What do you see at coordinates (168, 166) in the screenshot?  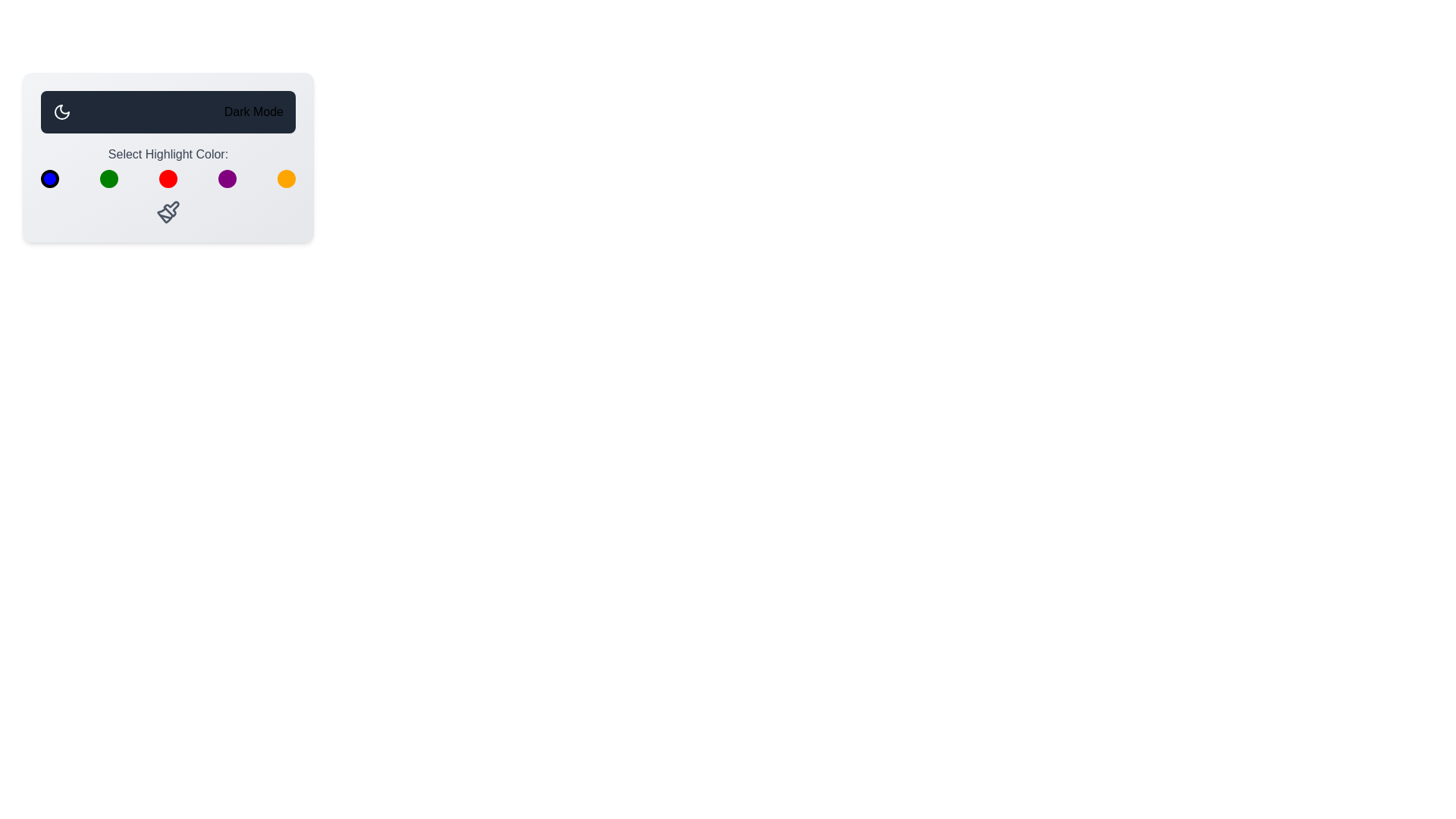 I see `the text label 'Select Highlight Color:' which is styled in gray and positioned above the circular color selectors` at bounding box center [168, 166].